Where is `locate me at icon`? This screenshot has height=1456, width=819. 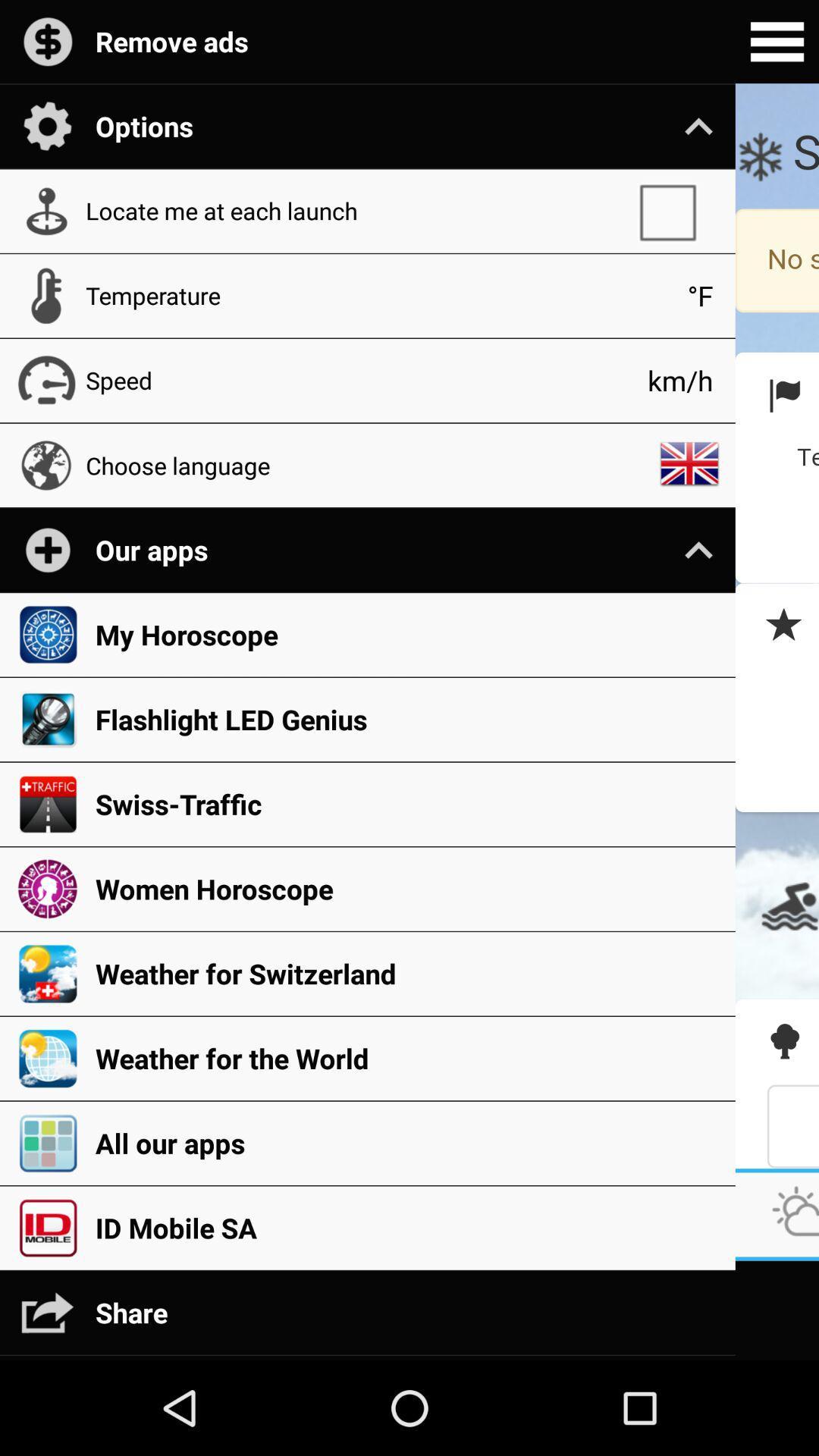 locate me at icon is located at coordinates (353, 210).